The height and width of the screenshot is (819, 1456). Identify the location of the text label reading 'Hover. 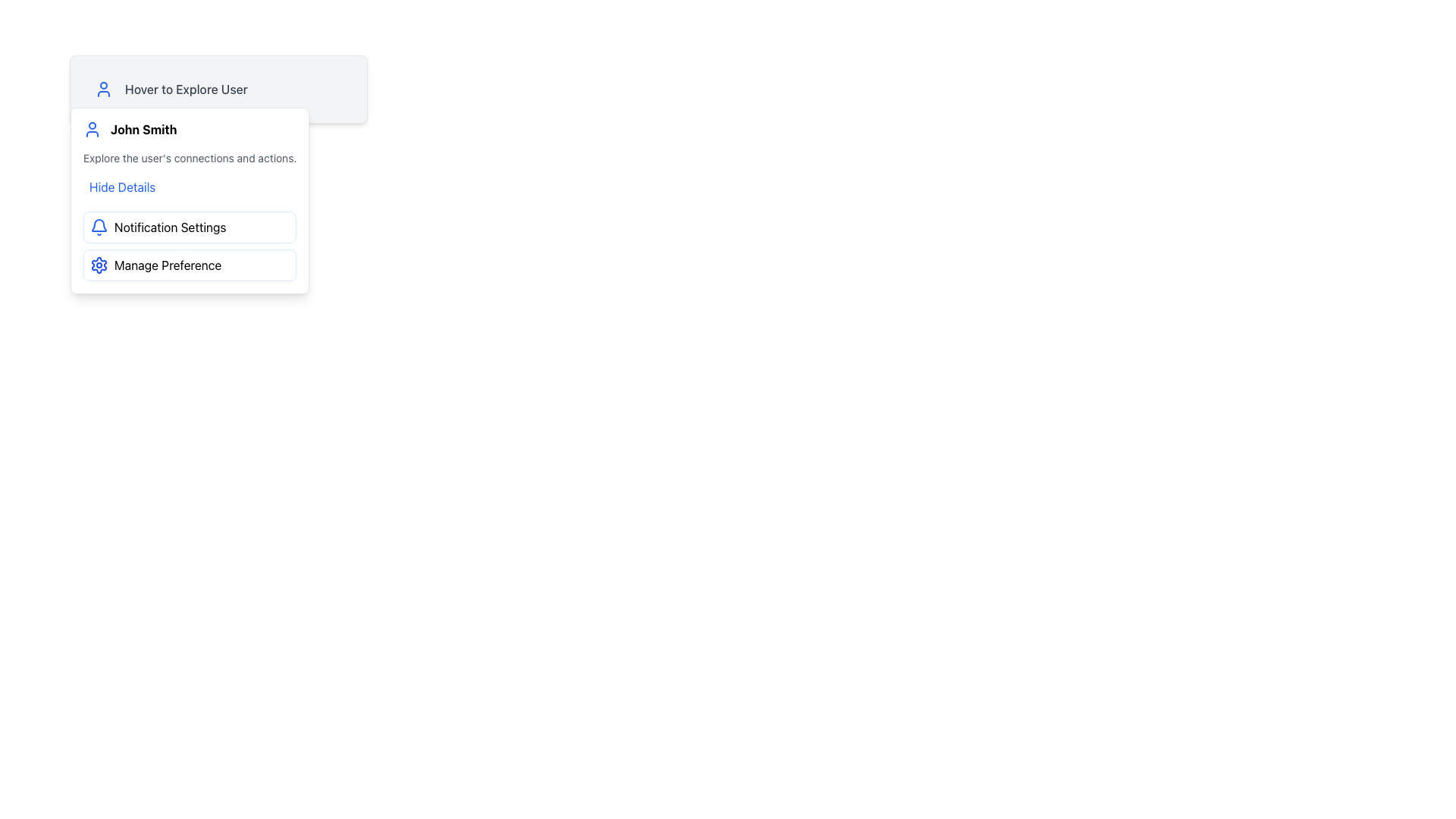
(185, 89).